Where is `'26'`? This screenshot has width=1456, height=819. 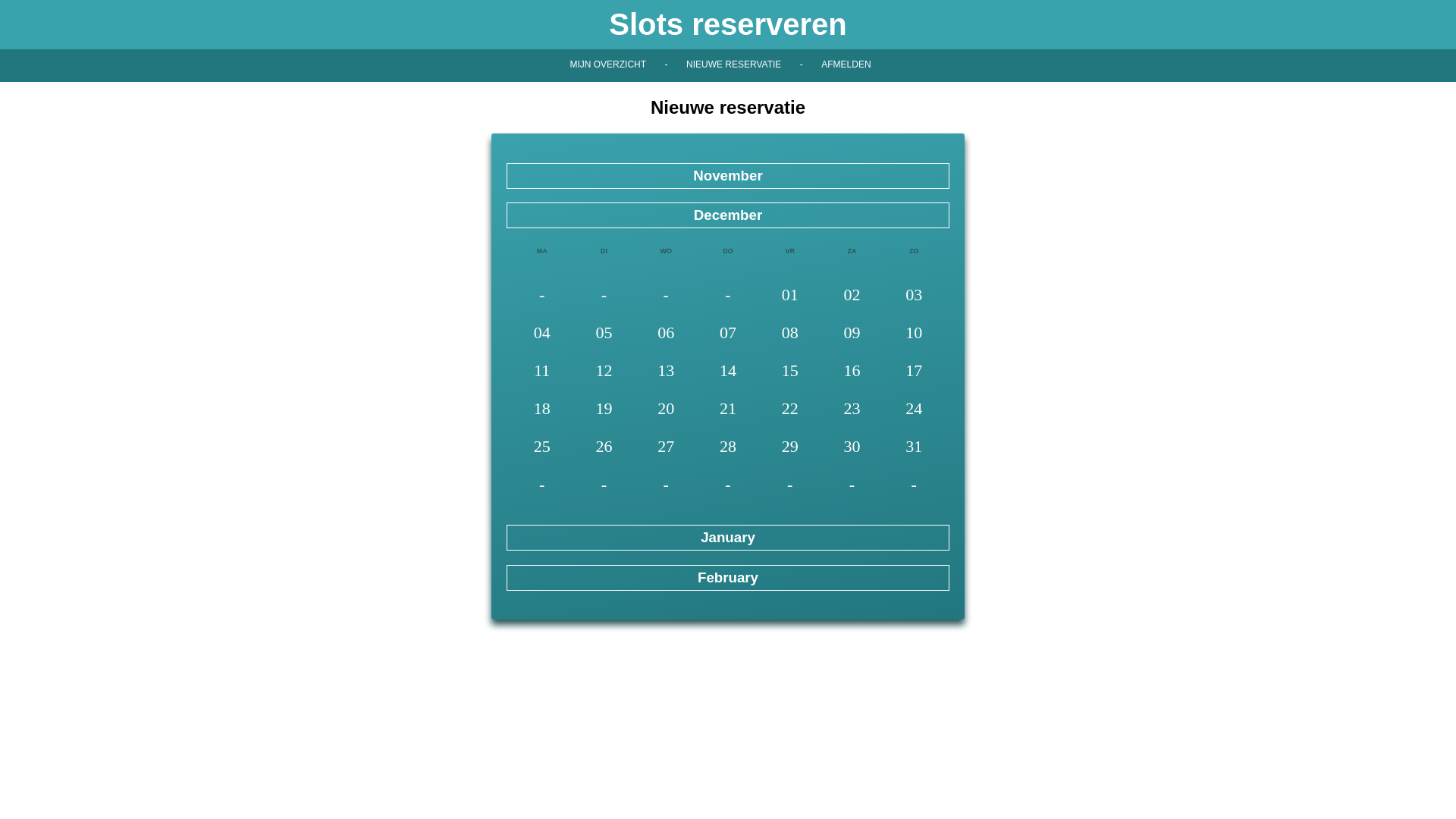 '26' is located at coordinates (603, 447).